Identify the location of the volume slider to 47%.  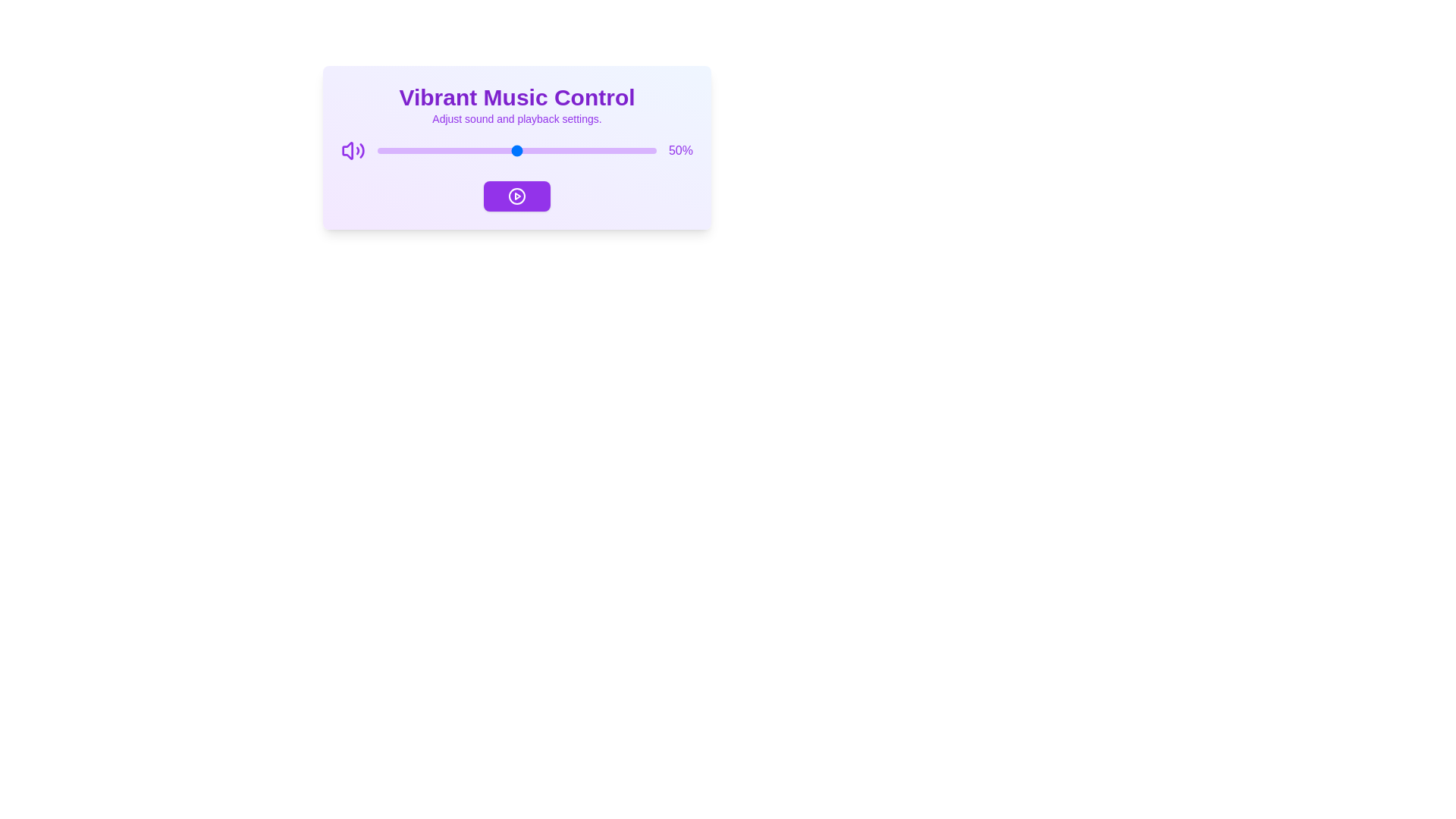
(508, 151).